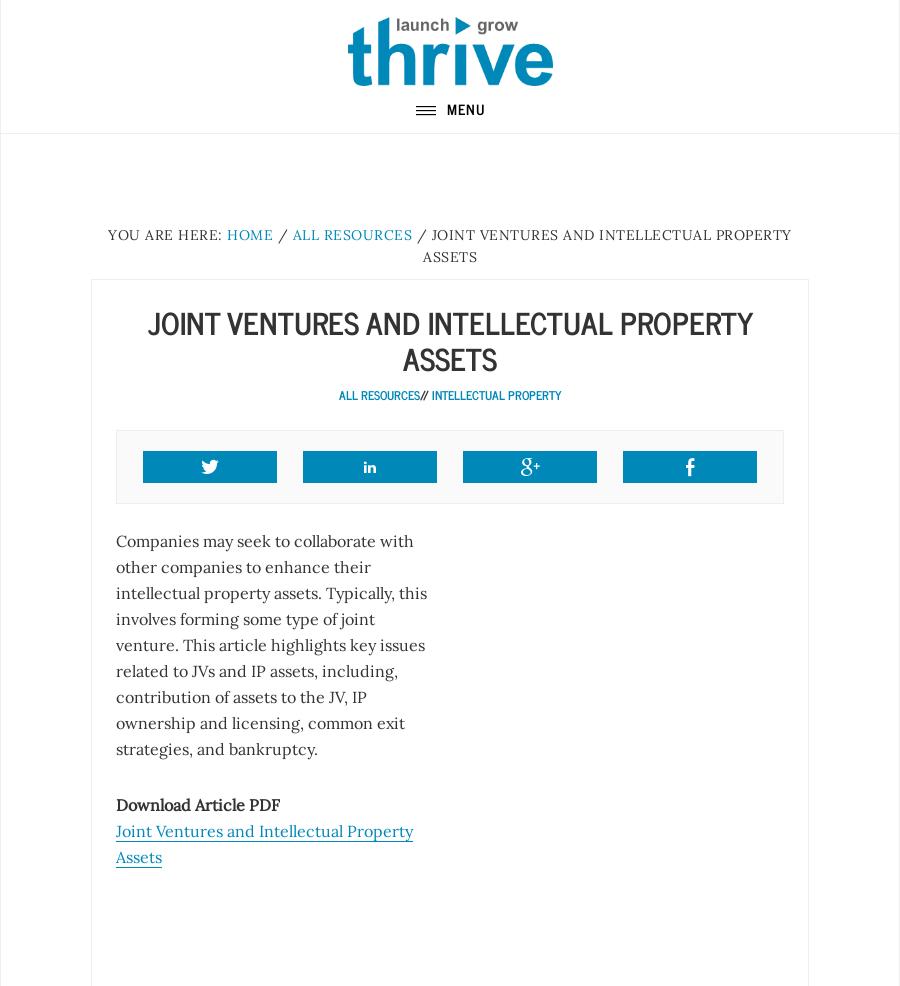 The height and width of the screenshot is (986, 900). What do you see at coordinates (197, 804) in the screenshot?
I see `'Download Article PDF'` at bounding box center [197, 804].